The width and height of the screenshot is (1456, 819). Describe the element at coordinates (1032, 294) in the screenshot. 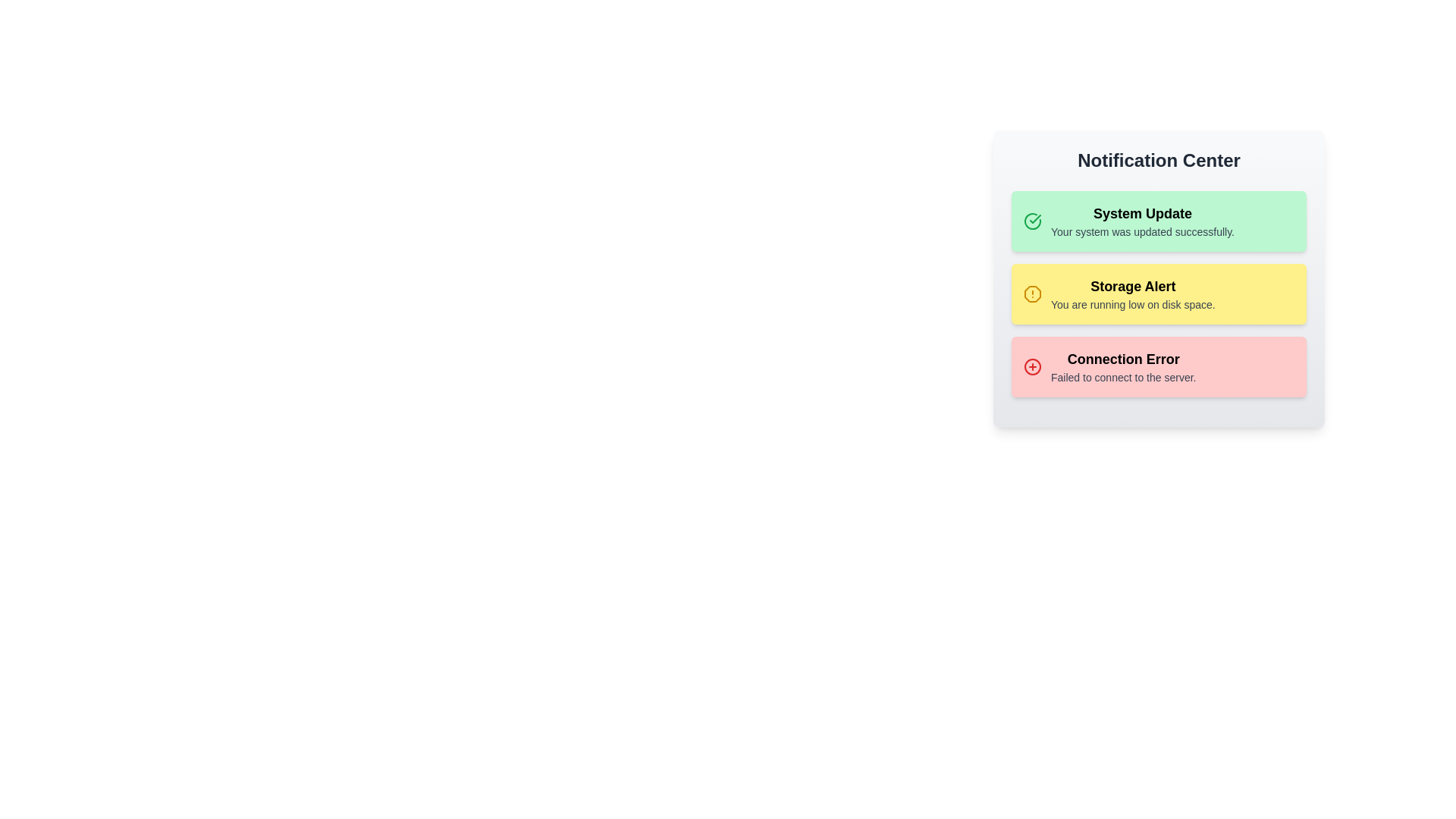

I see `the notification icon for Storage Alert` at that location.